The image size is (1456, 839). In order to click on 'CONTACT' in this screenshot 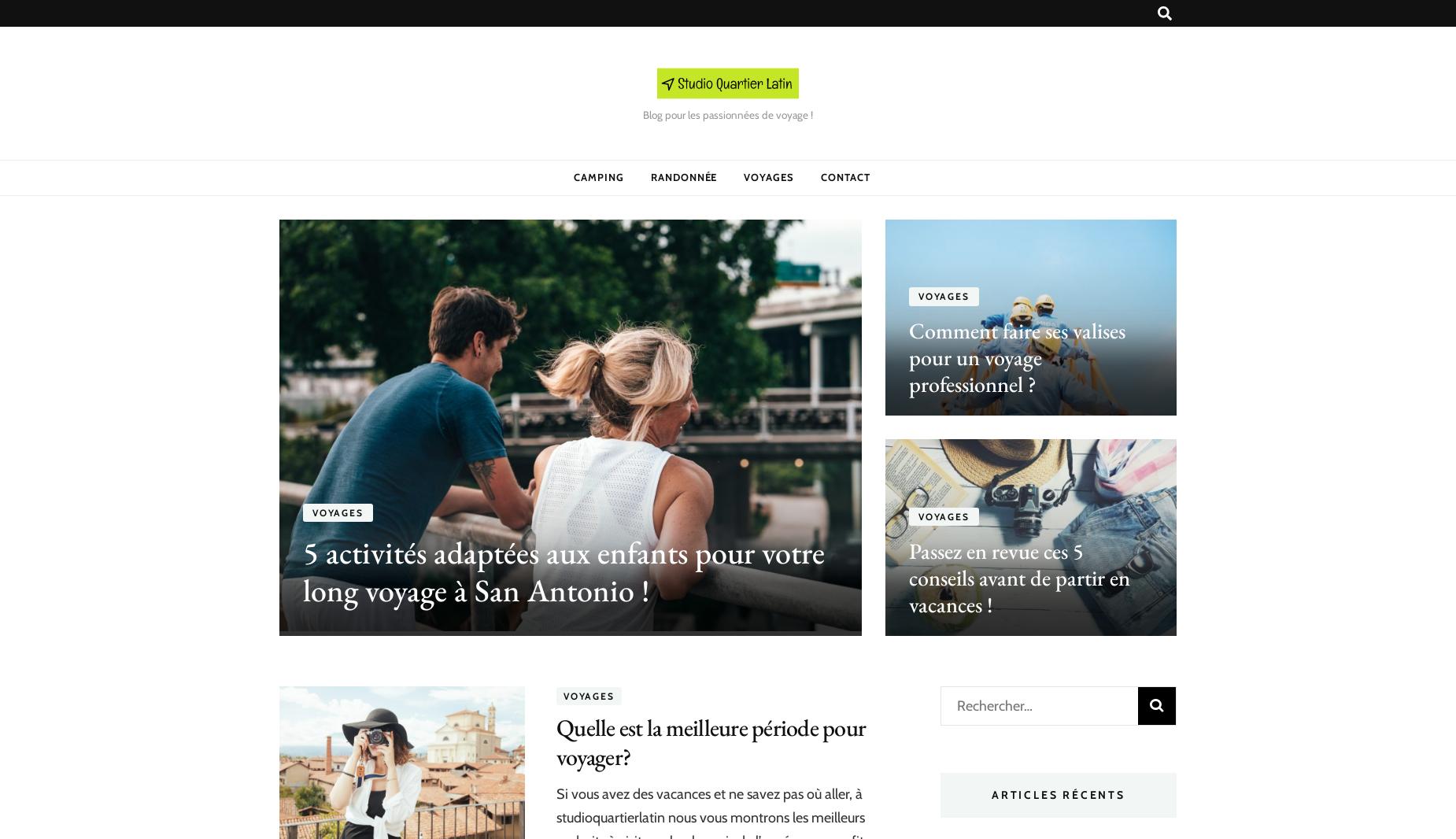, I will do `click(844, 176)`.